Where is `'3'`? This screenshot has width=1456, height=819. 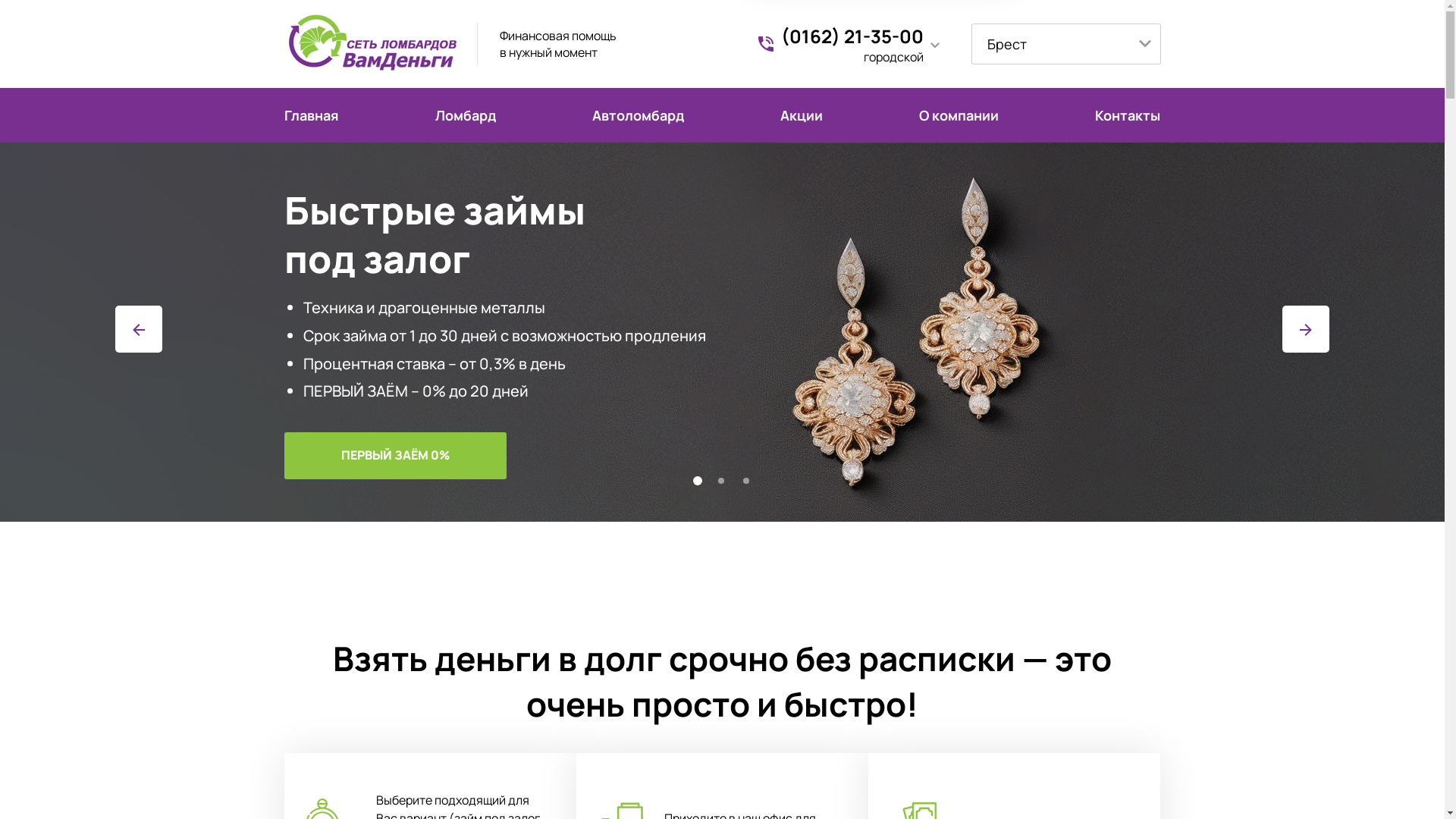 '3' is located at coordinates (750, 483).